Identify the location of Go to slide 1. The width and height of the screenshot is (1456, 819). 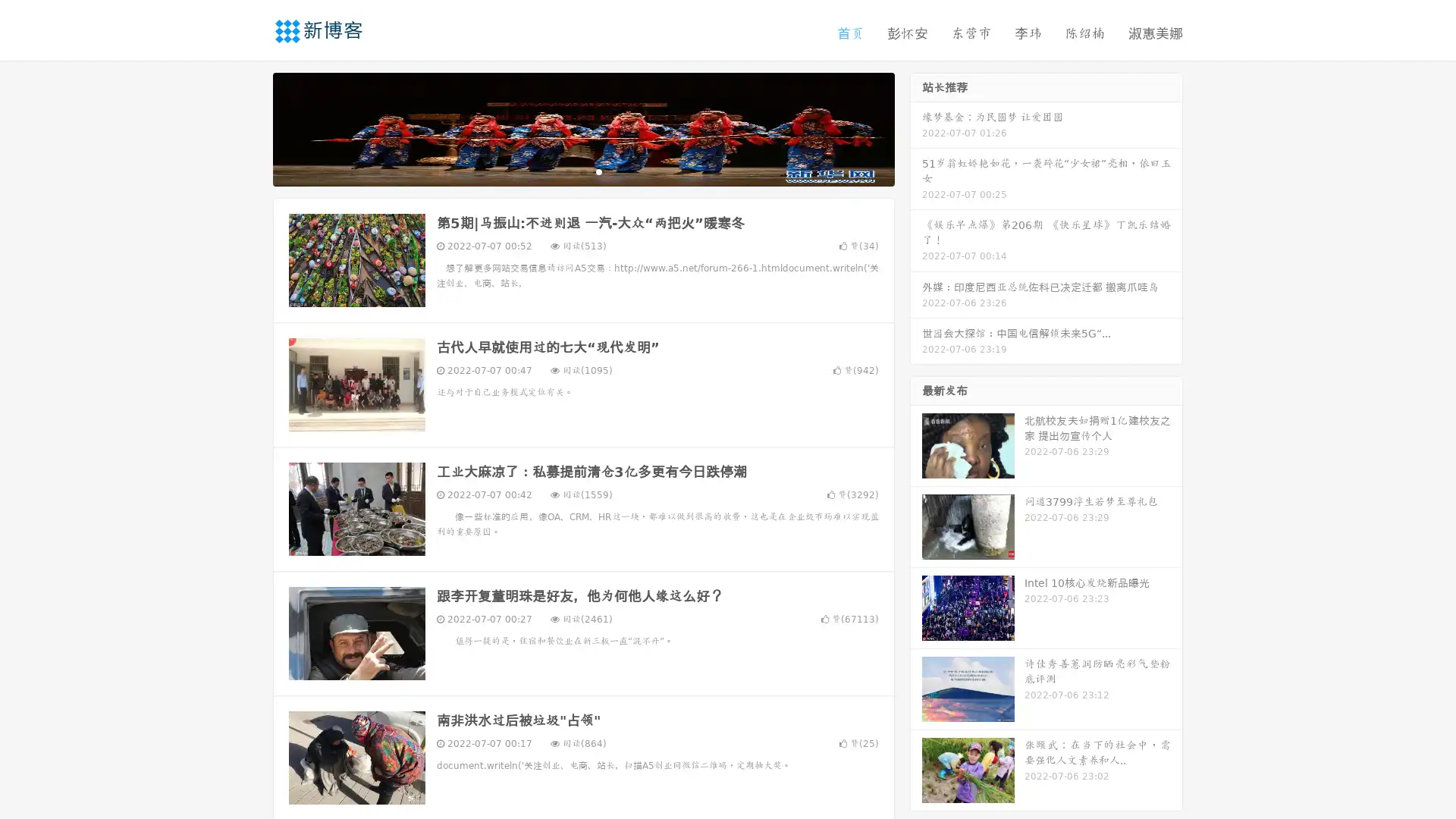
(567, 171).